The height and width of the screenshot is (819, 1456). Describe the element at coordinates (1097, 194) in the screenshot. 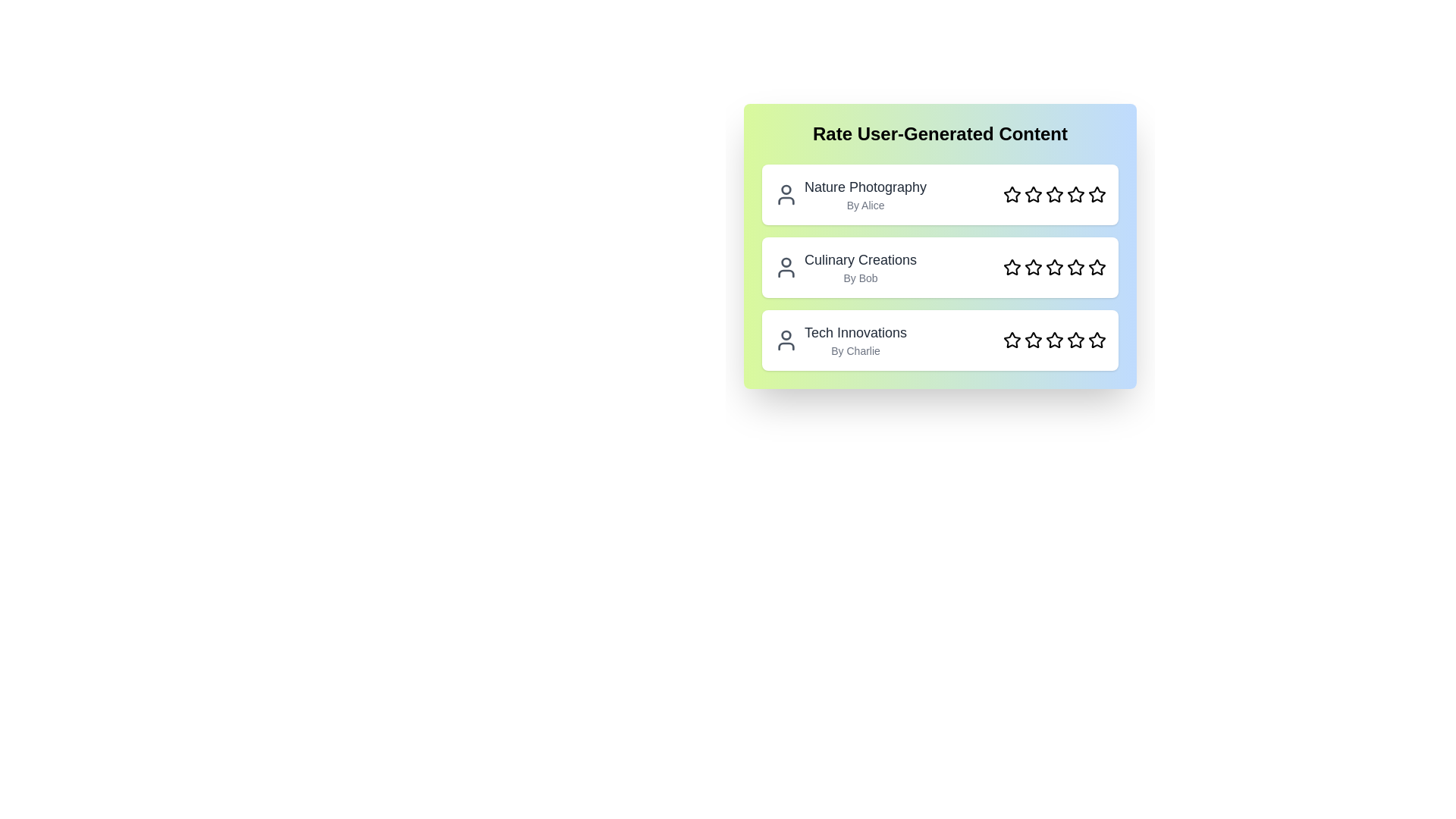

I see `the star corresponding to the rating 5 for the content Nature Photography` at that location.